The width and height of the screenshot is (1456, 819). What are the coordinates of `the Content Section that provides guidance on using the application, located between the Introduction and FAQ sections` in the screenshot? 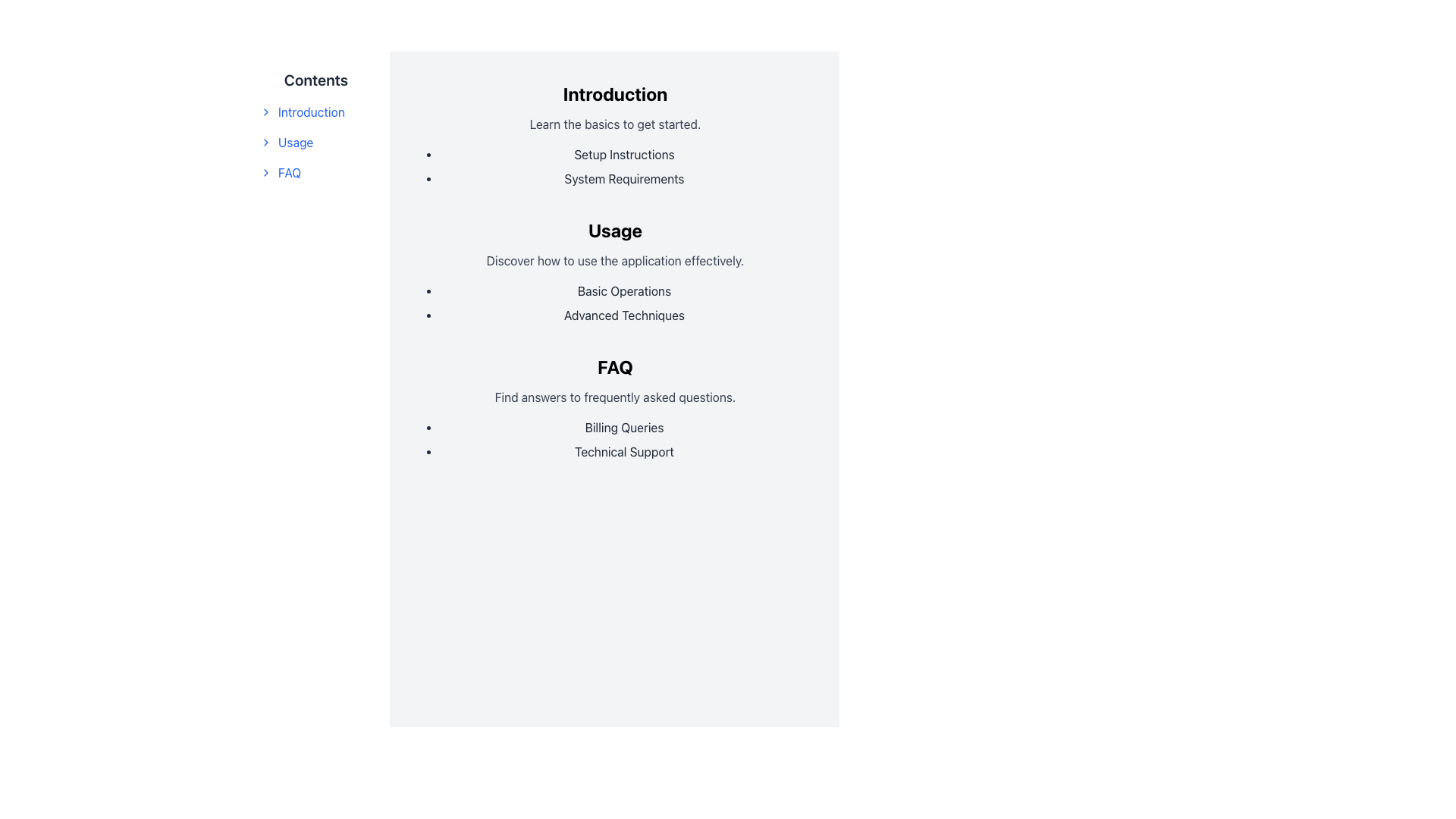 It's located at (615, 271).